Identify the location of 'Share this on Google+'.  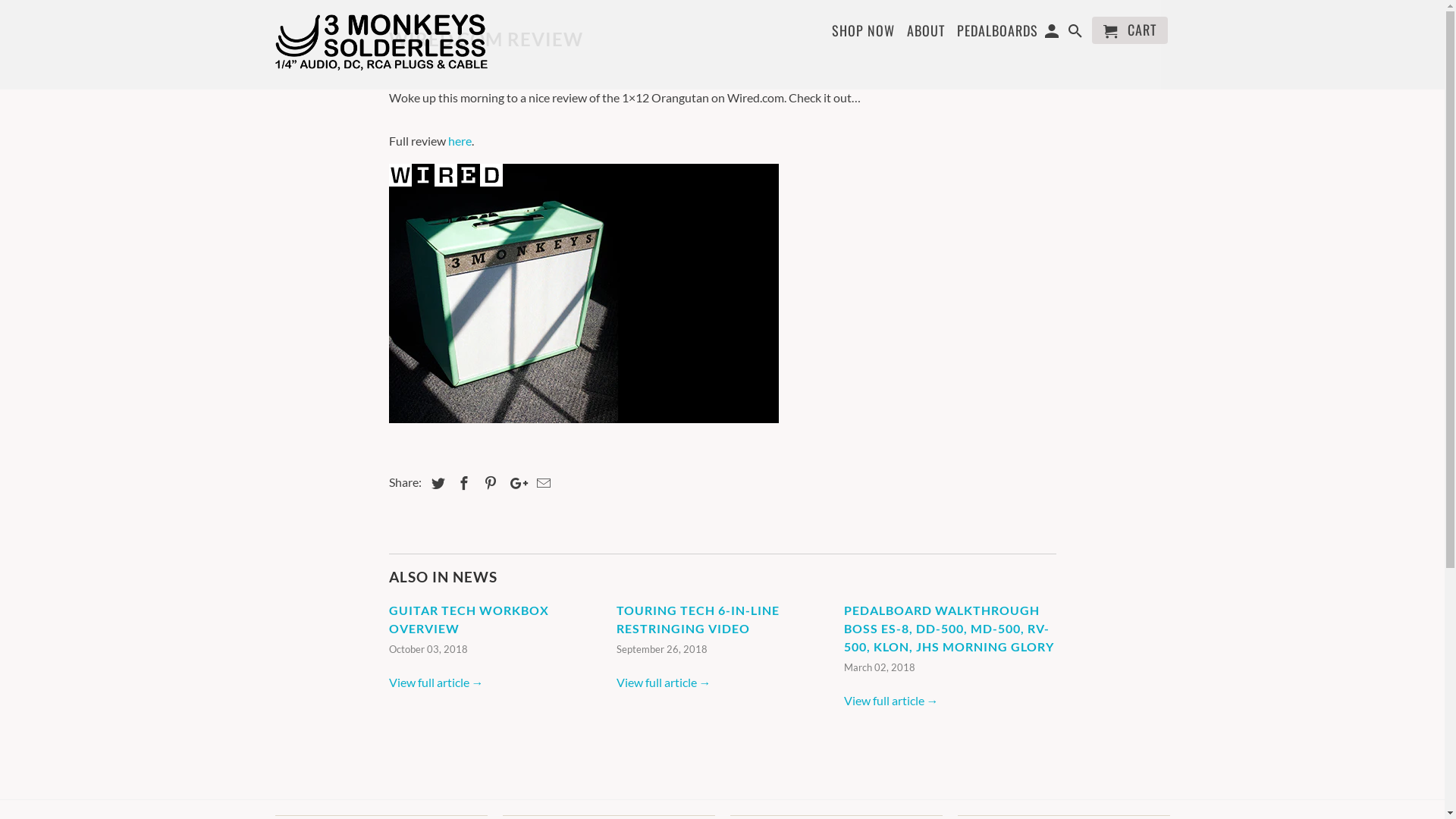
(514, 482).